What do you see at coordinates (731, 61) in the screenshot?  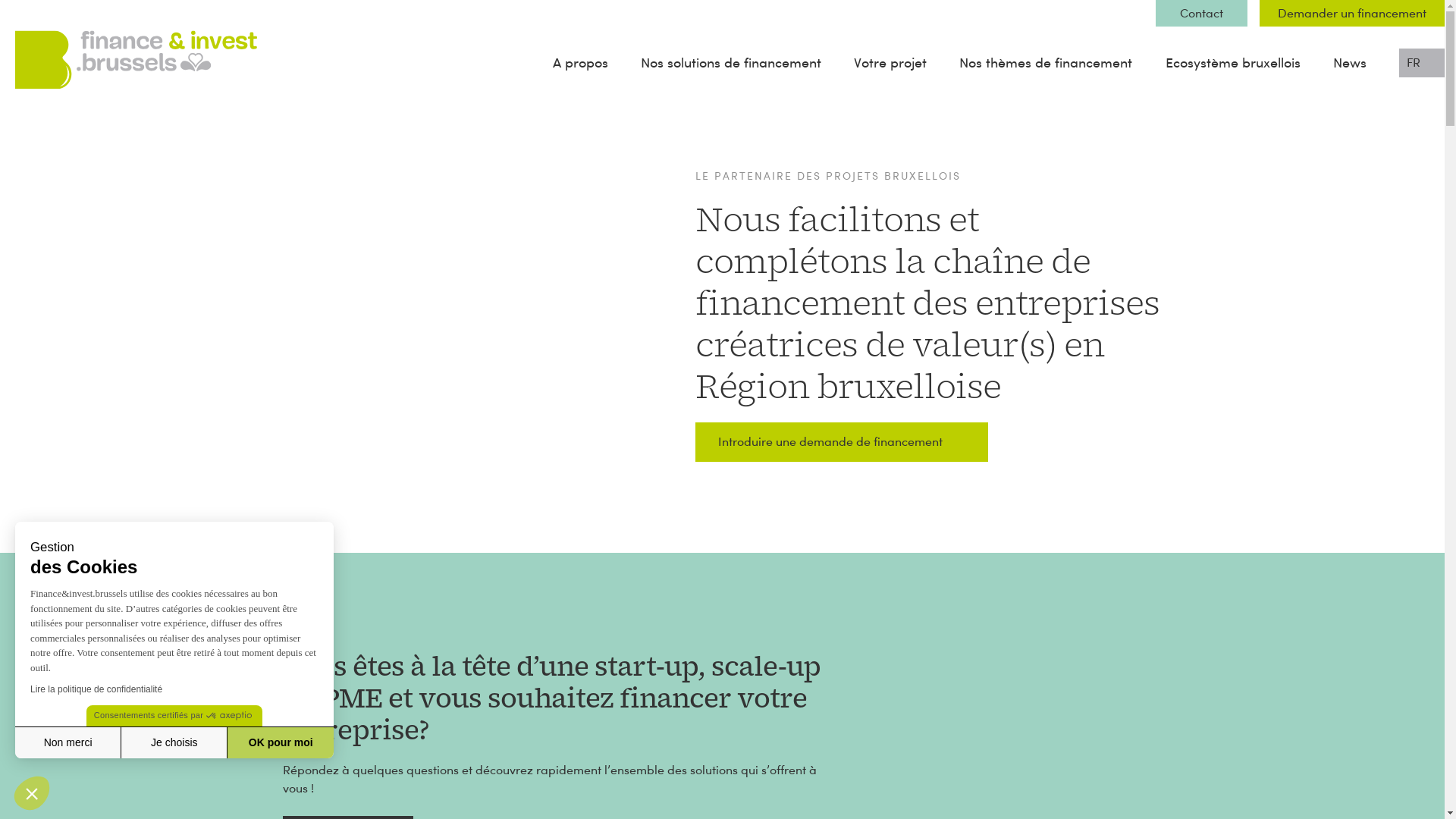 I see `'Nos solutions de financement'` at bounding box center [731, 61].